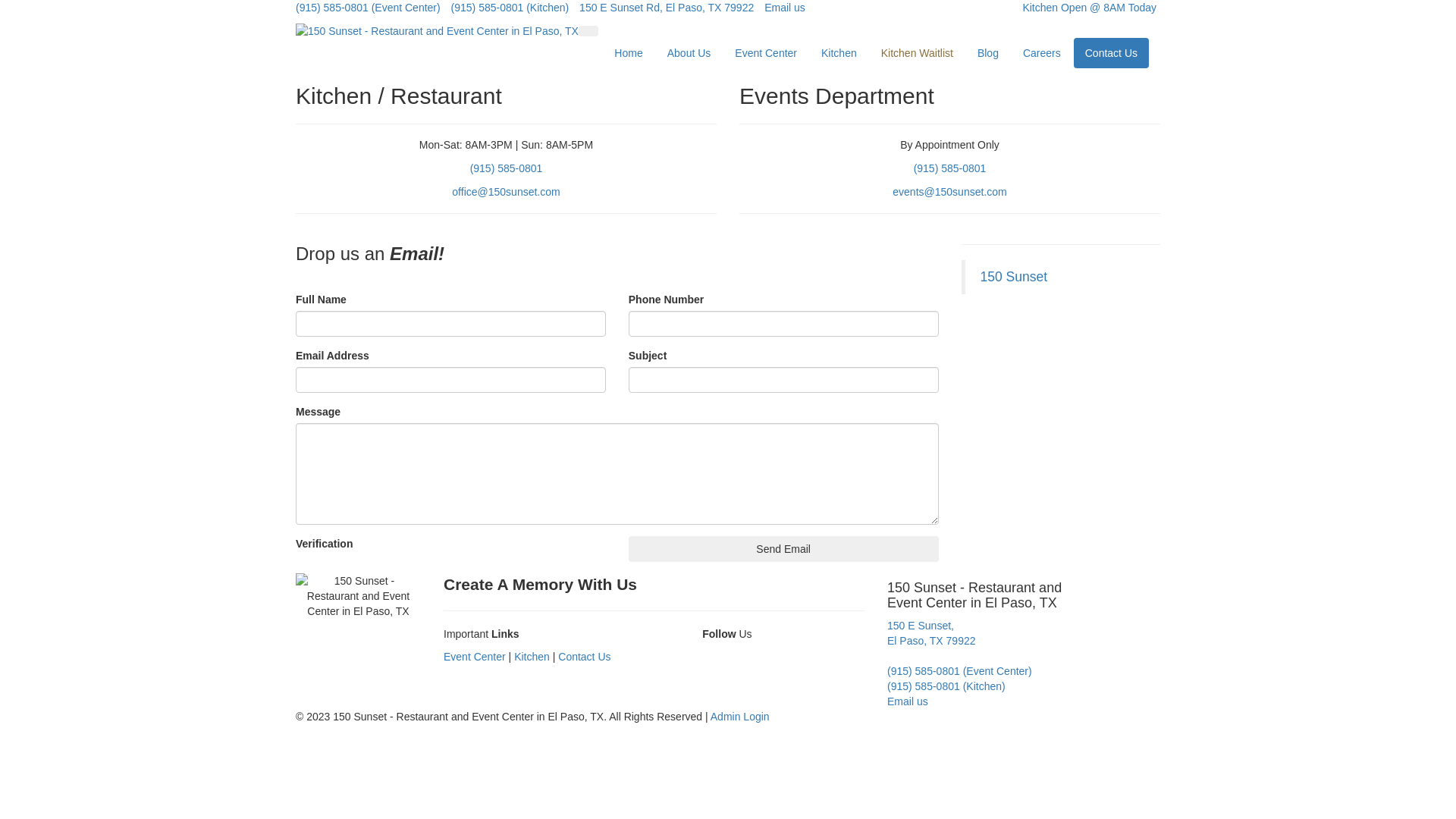  What do you see at coordinates (473, 656) in the screenshot?
I see `'Event Center'` at bounding box center [473, 656].